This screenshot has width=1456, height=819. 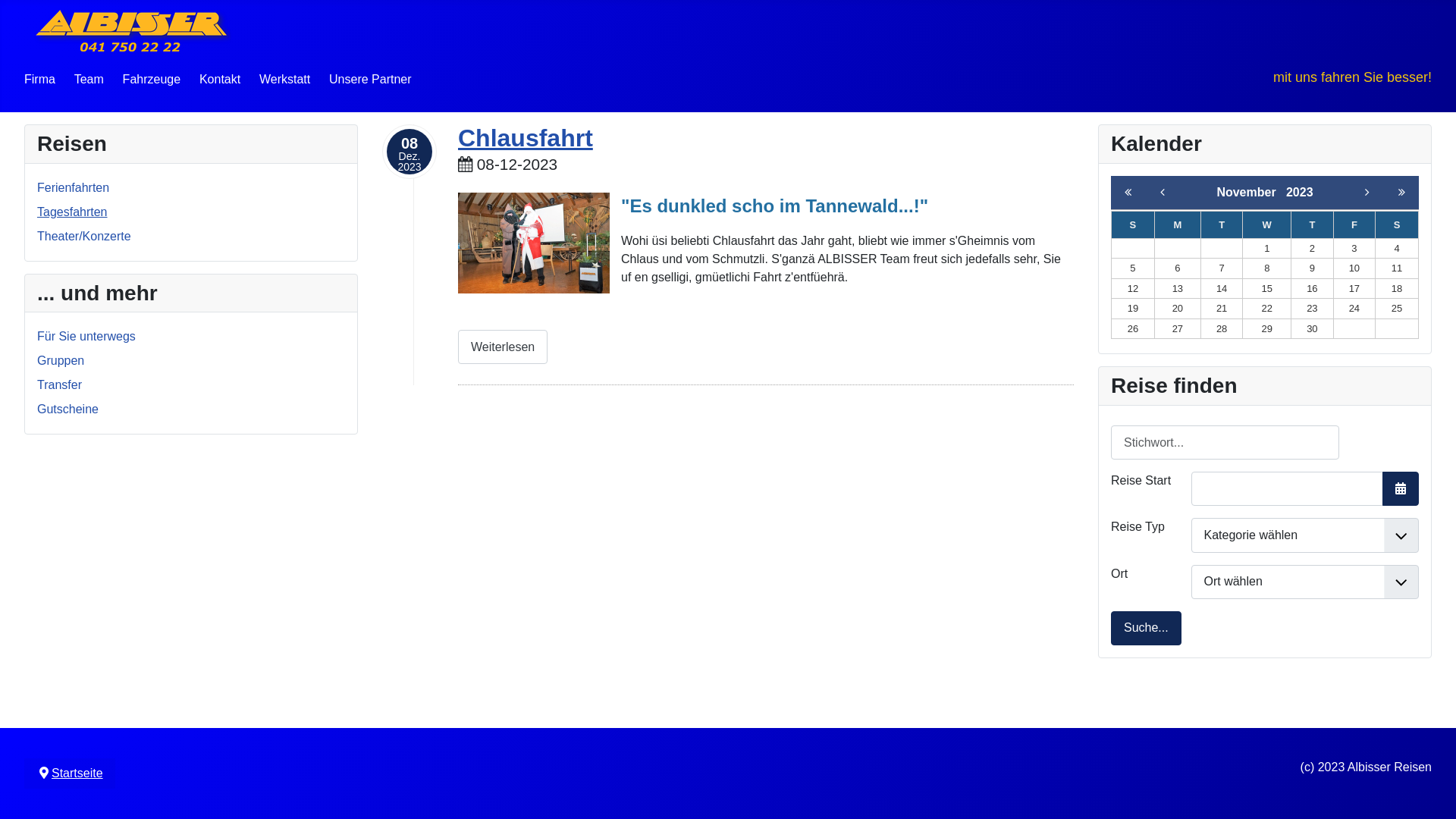 I want to click on 'Theater/Konzerte', so click(x=83, y=236).